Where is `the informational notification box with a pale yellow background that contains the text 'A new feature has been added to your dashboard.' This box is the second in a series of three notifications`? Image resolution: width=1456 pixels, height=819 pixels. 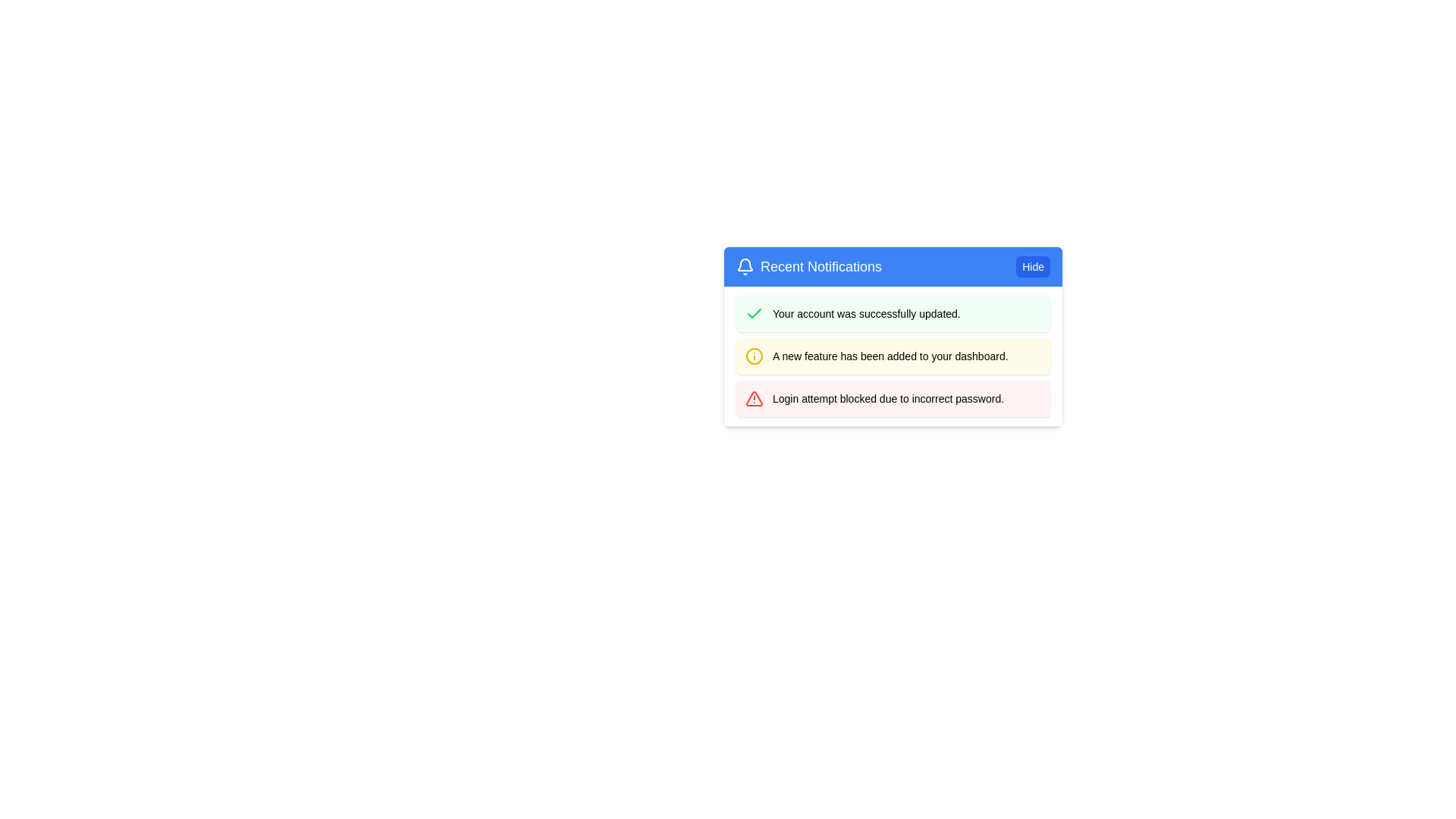
the informational notification box with a pale yellow background that contains the text 'A new feature has been added to your dashboard.' This box is the second in a series of three notifications is located at coordinates (893, 356).